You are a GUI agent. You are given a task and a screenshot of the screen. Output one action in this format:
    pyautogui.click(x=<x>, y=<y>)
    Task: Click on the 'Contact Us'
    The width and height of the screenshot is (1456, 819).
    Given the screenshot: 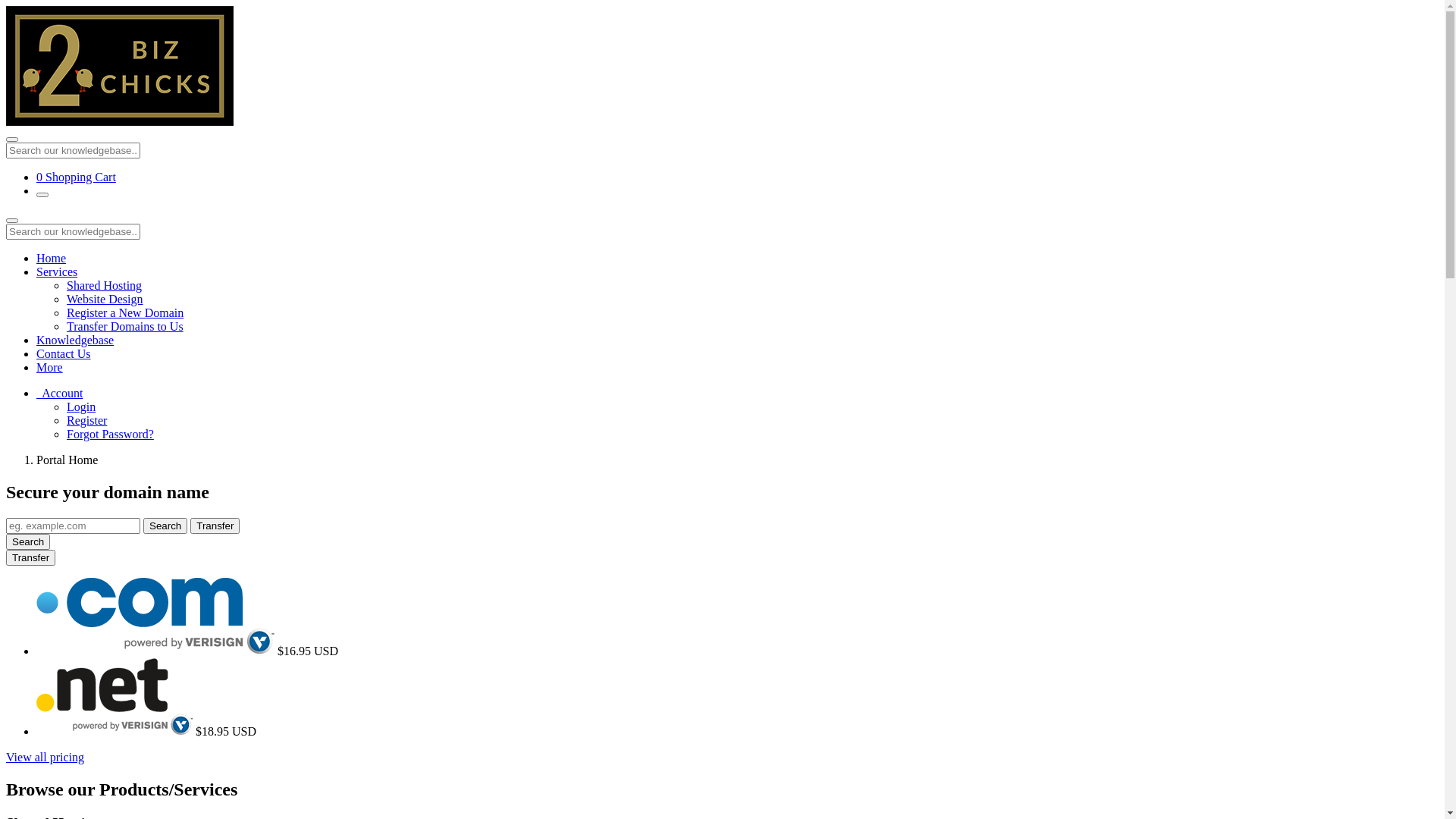 What is the action you would take?
    pyautogui.click(x=62, y=353)
    